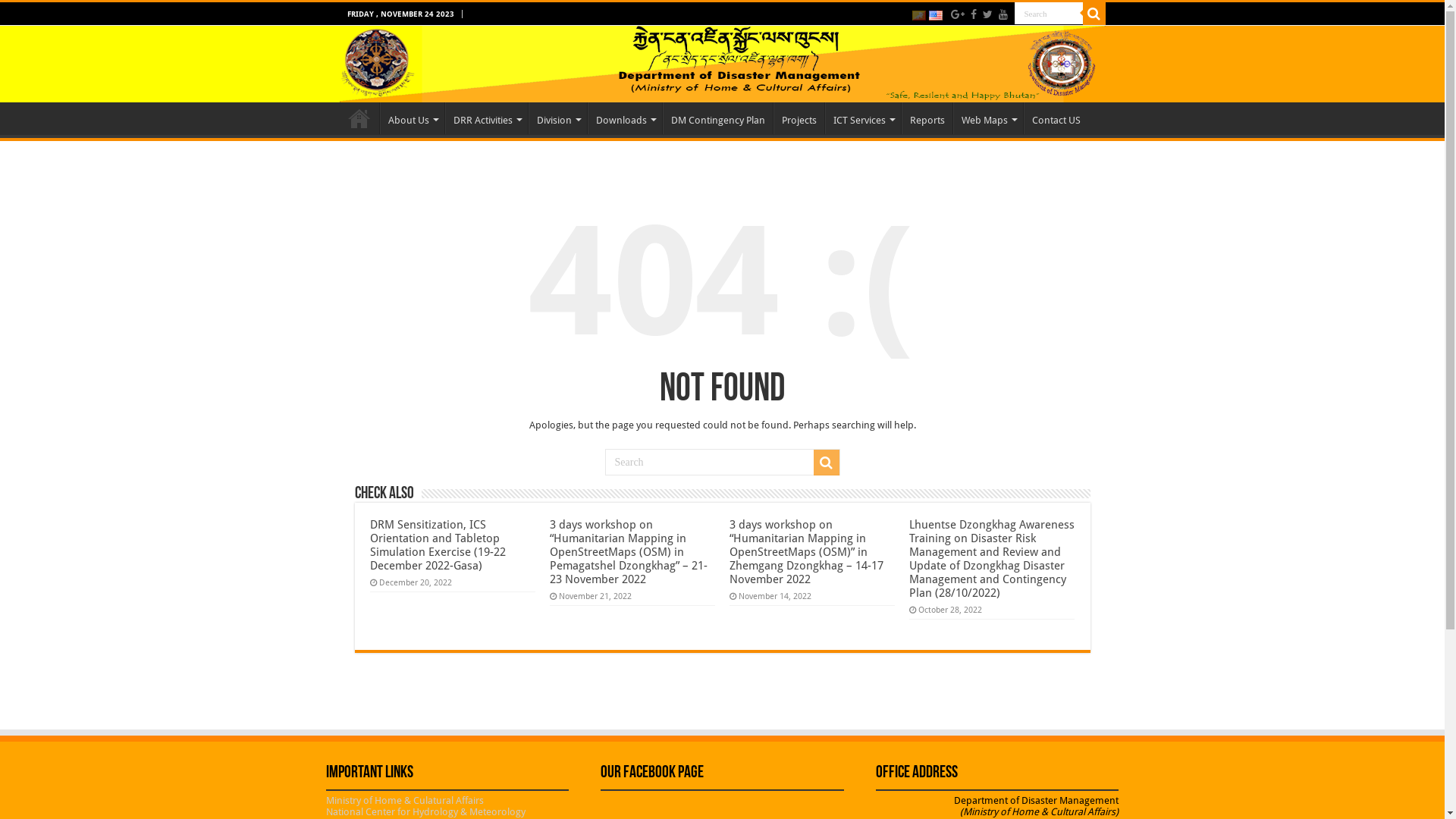 The height and width of the screenshot is (819, 1456). I want to click on 'Twitter', so click(987, 14).